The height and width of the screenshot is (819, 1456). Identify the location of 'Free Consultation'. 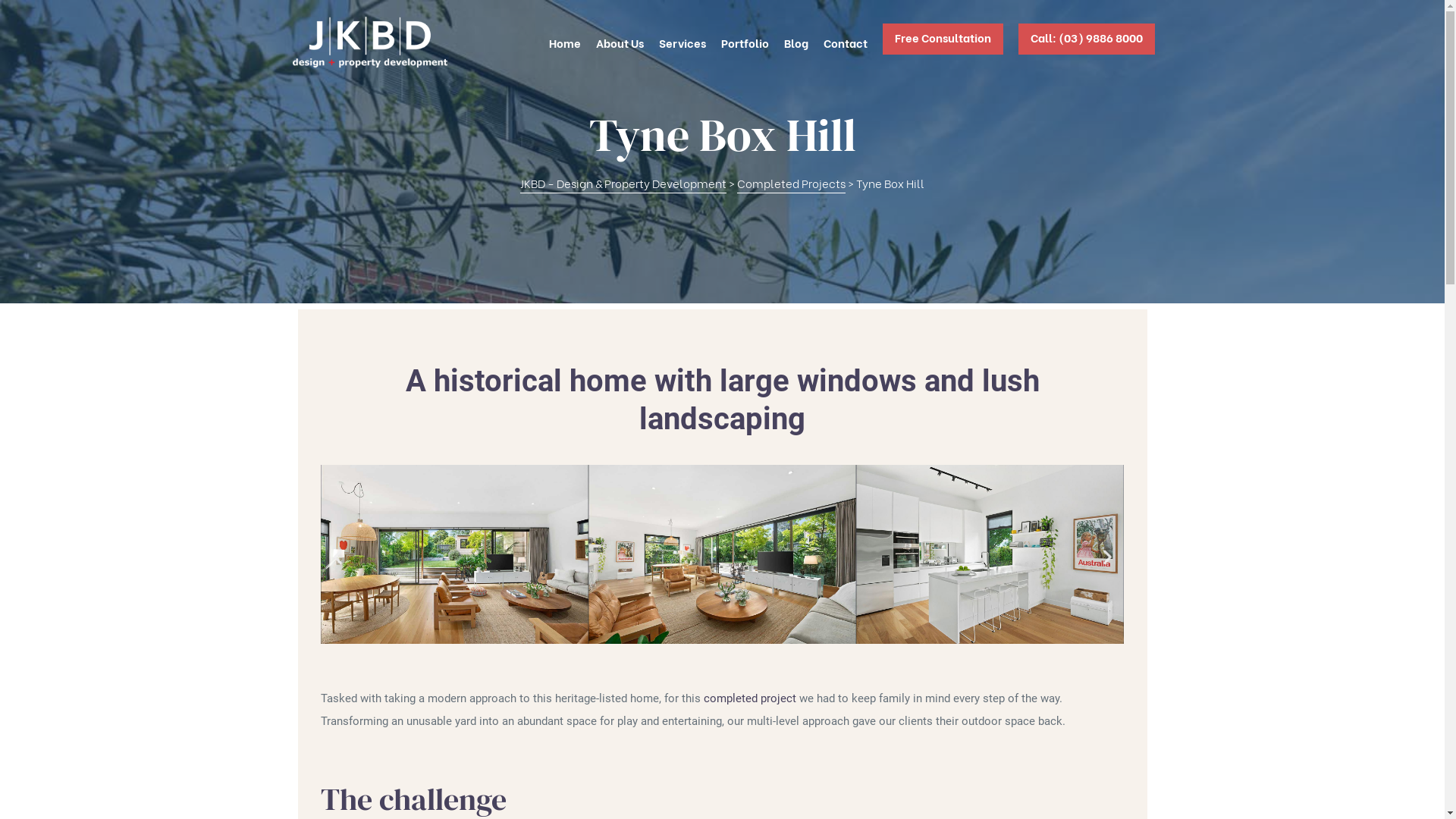
(942, 42).